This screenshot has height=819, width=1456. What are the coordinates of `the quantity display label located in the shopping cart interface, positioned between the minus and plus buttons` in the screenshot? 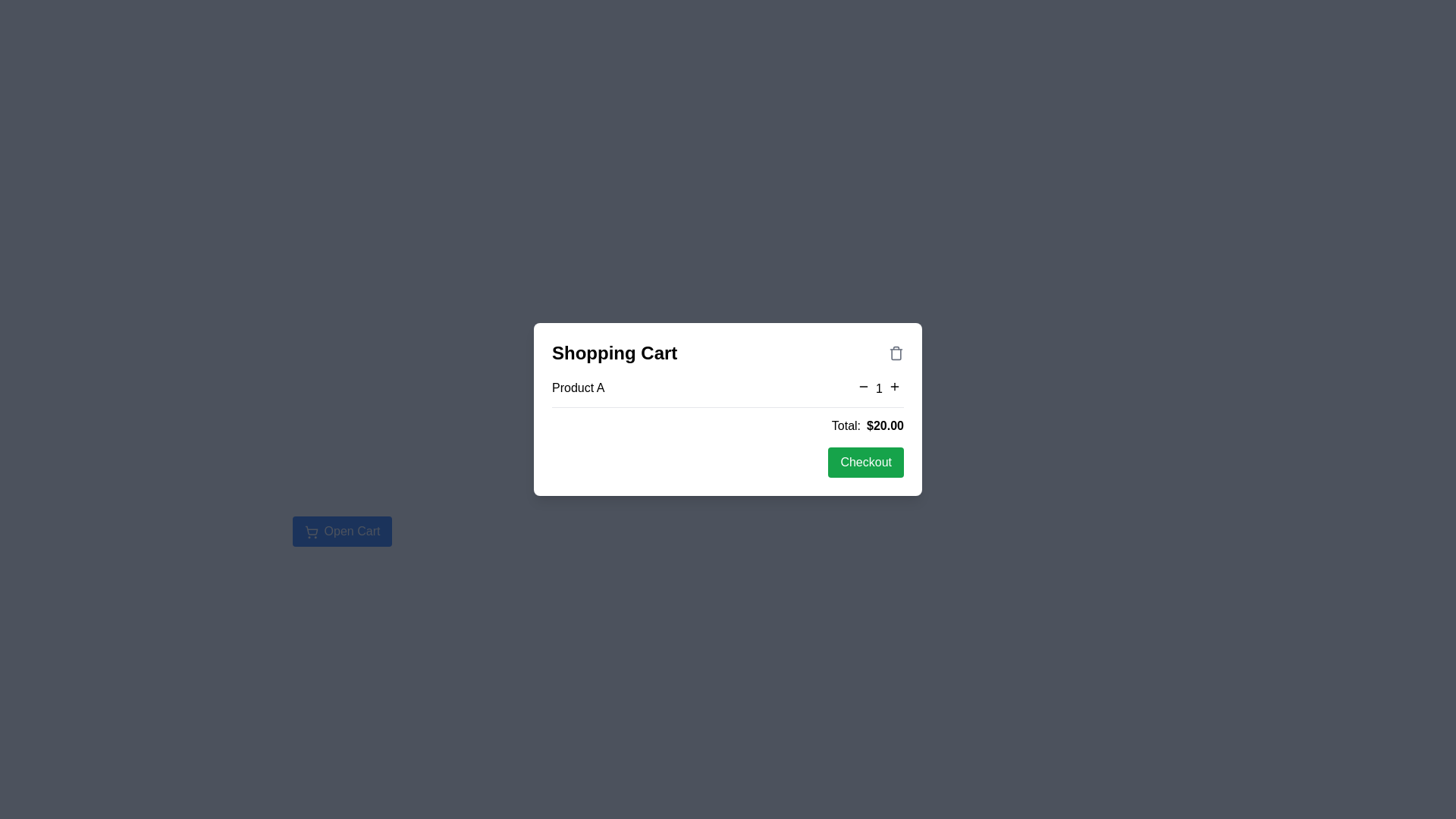 It's located at (879, 388).